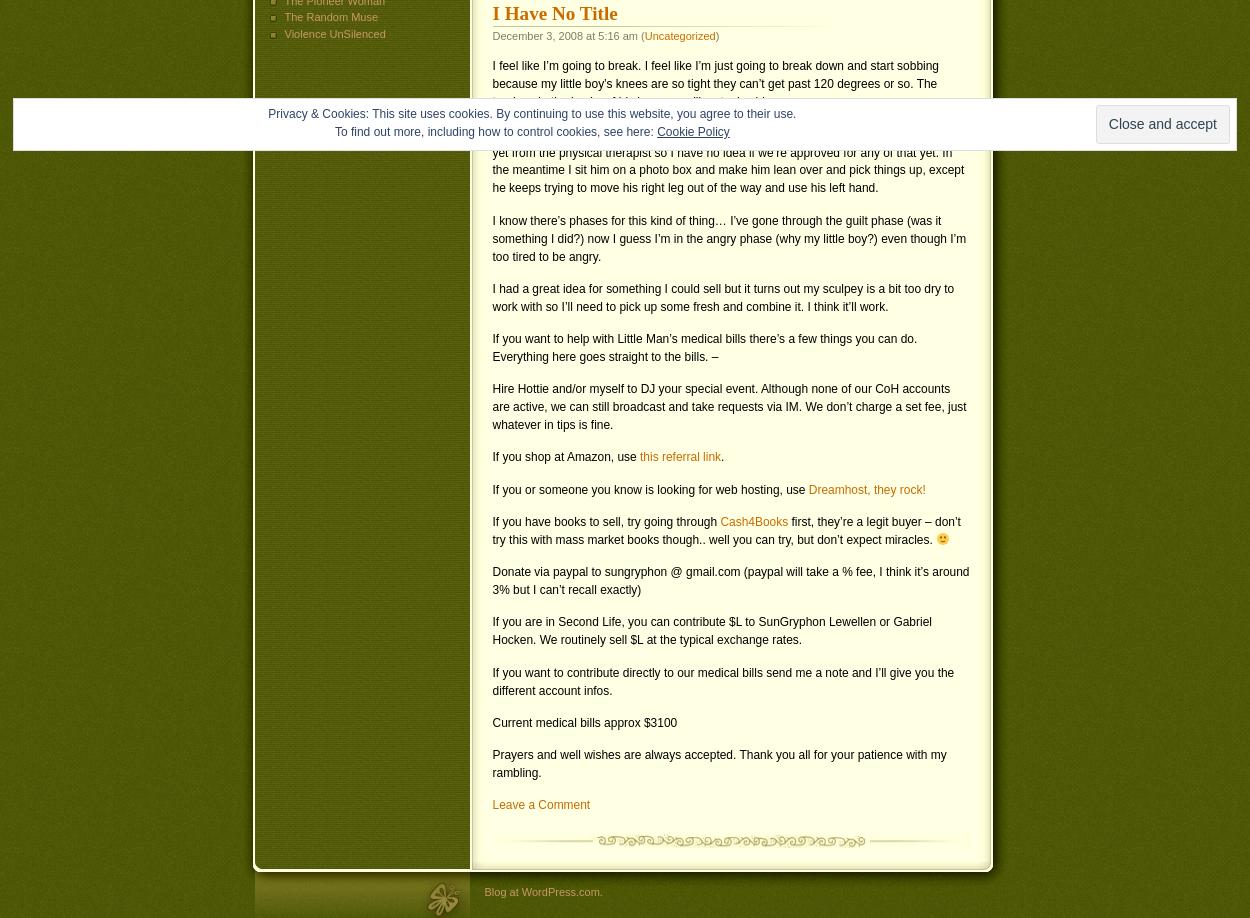 The width and height of the screenshot is (1250, 918). What do you see at coordinates (721, 455) in the screenshot?
I see `'.'` at bounding box center [721, 455].